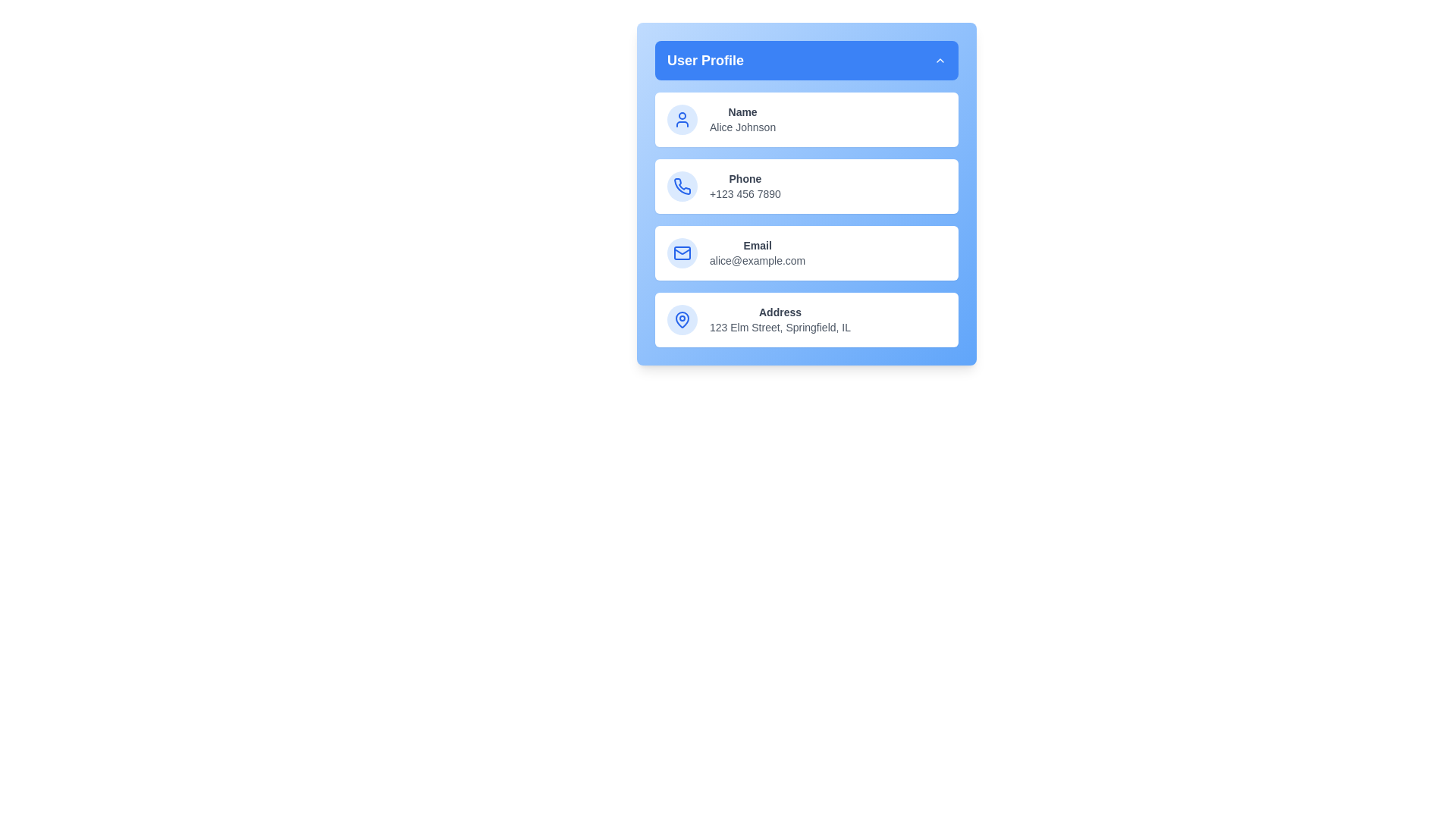  What do you see at coordinates (704, 60) in the screenshot?
I see `the title text label of the card located at the top of the card-like widget, which serves to indicate the focus or context of the information presented below it` at bounding box center [704, 60].